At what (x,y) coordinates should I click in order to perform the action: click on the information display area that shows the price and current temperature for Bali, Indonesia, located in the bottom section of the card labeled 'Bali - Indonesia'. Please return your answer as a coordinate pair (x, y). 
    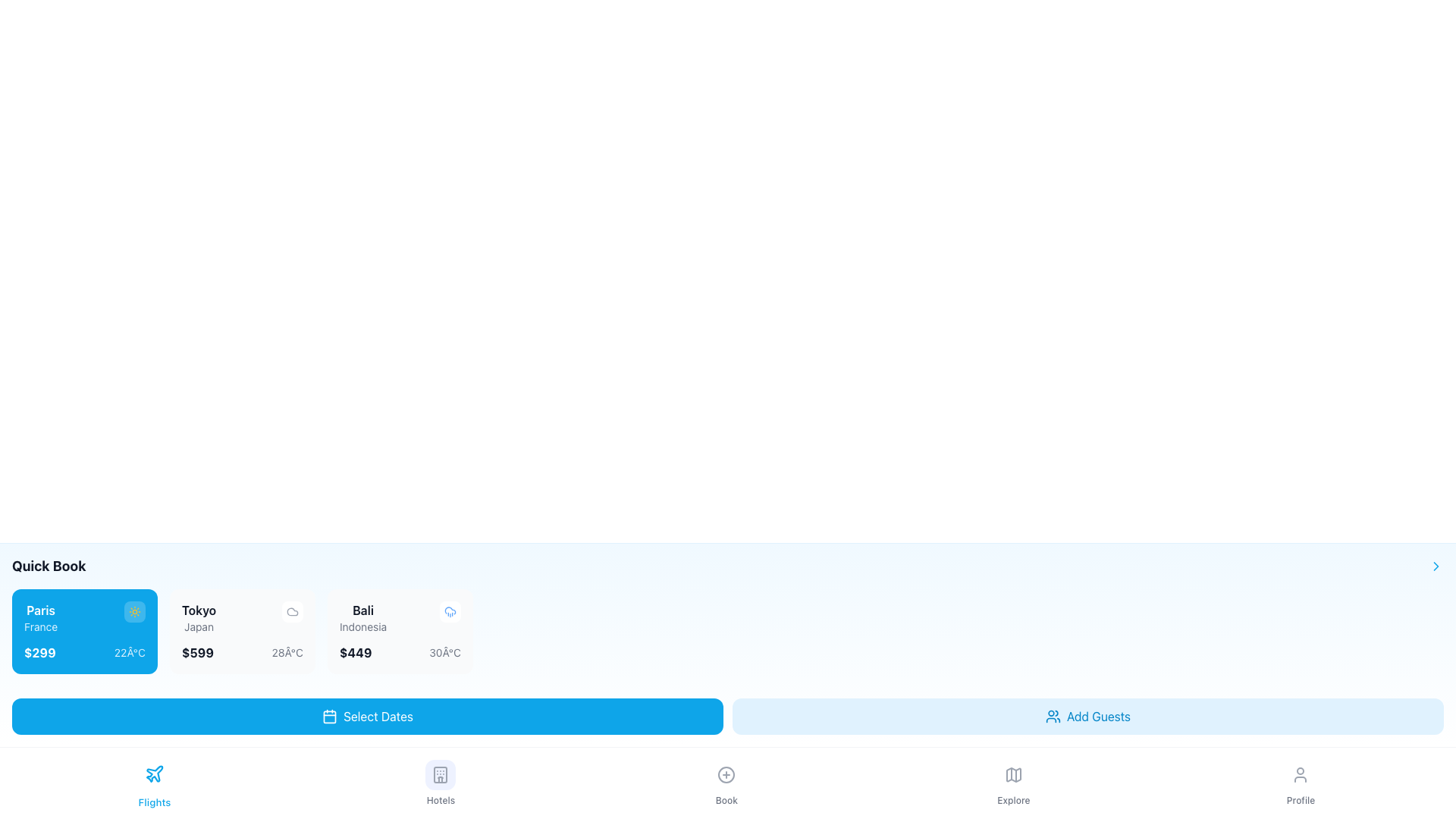
    Looking at the image, I should click on (400, 651).